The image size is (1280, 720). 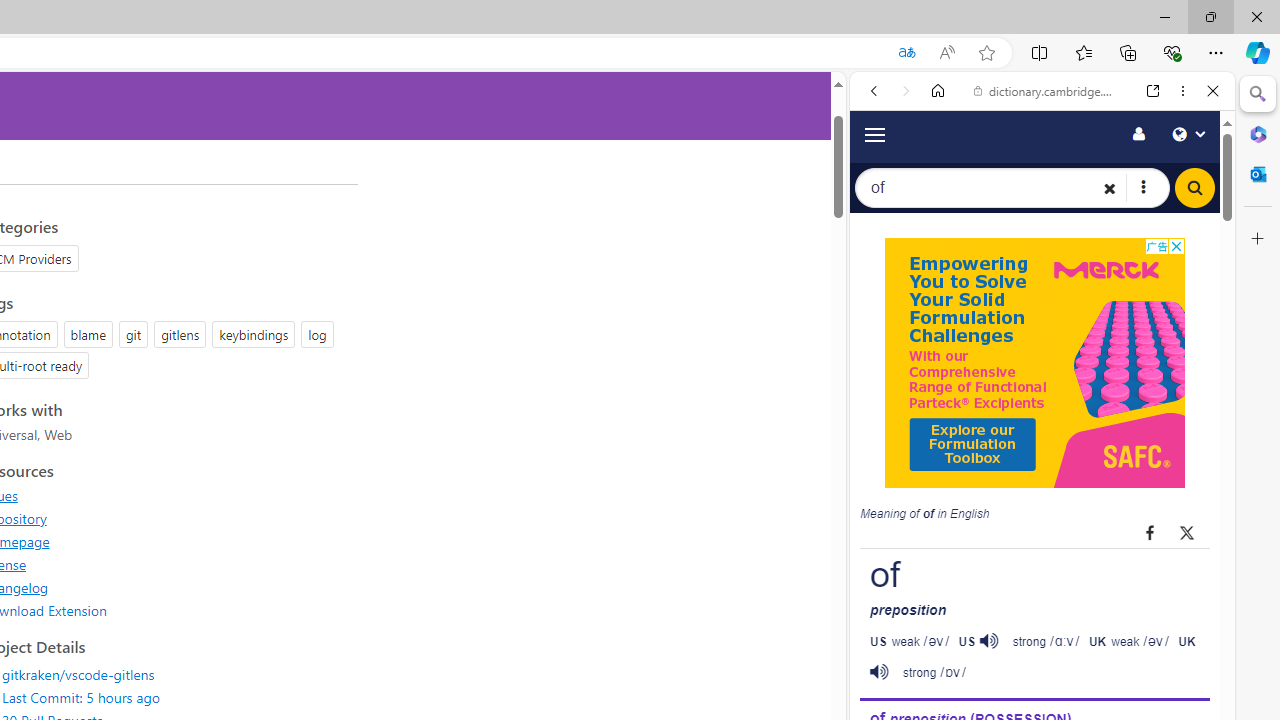 I want to click on 'Choose a dictionary', so click(x=1143, y=188).